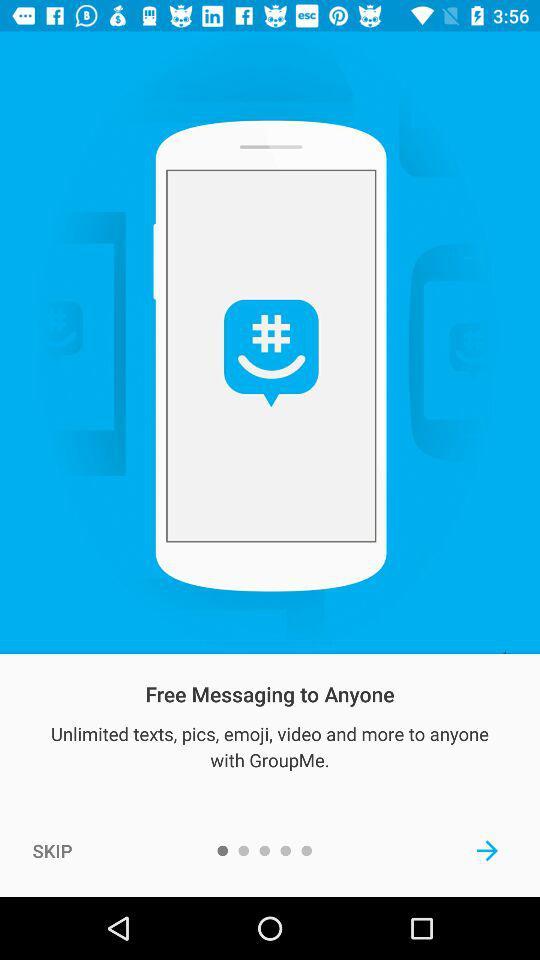 The height and width of the screenshot is (960, 540). Describe the element at coordinates (52, 849) in the screenshot. I see `skip item` at that location.